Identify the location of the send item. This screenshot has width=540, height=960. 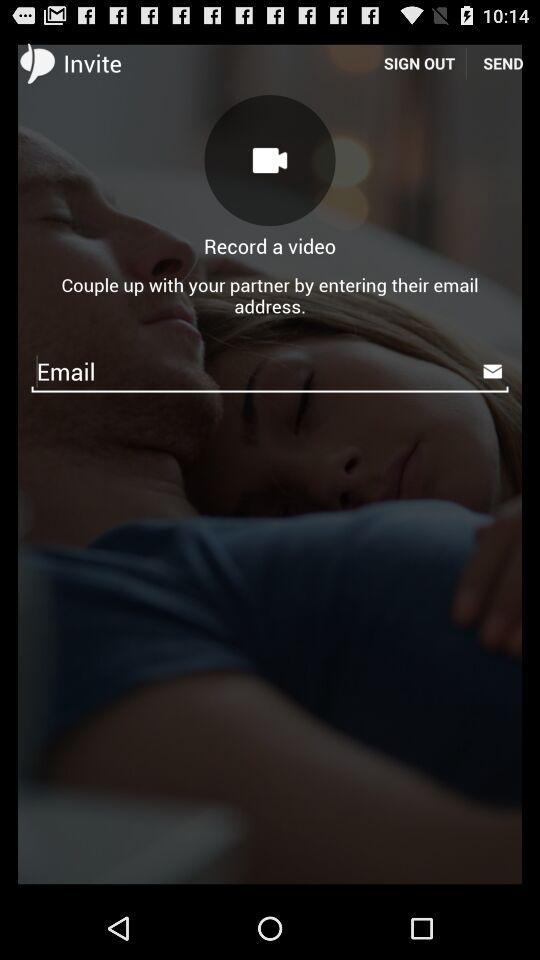
(502, 62).